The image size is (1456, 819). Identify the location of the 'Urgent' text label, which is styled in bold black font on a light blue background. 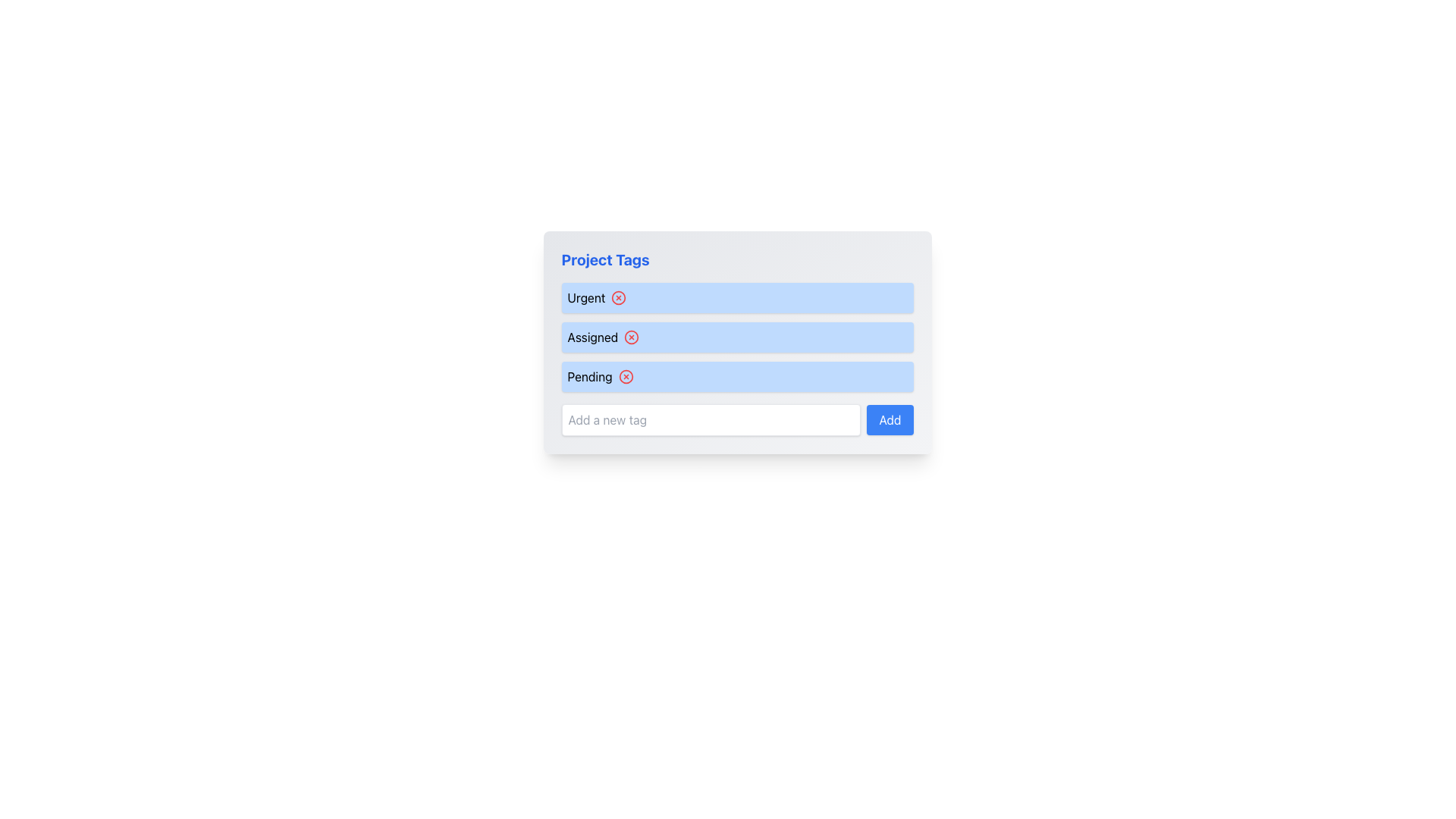
(585, 298).